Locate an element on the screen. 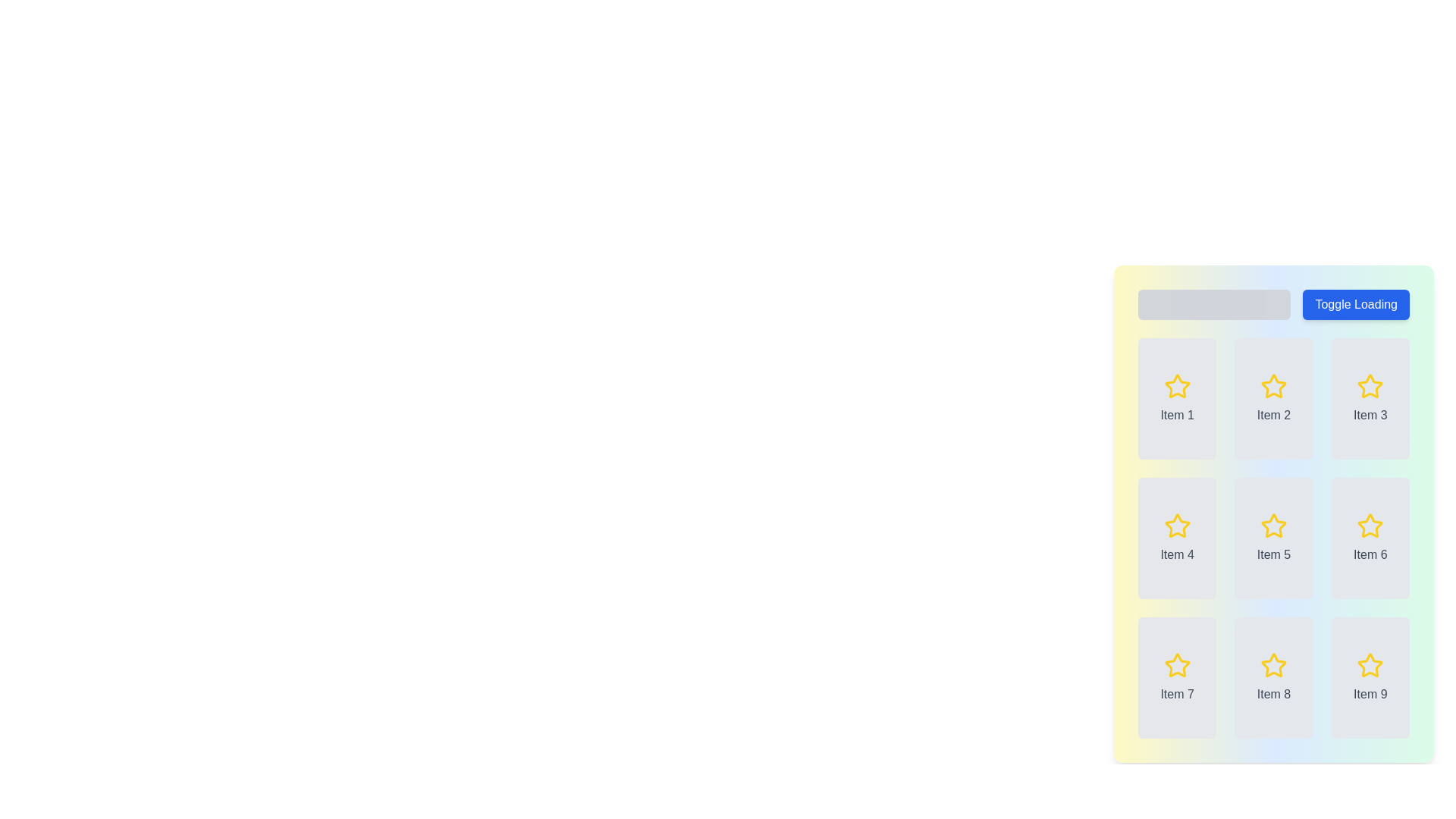 This screenshot has width=1456, height=819. the interactive card located in the second row and third column of the grid, positioned between 'Item 5' and 'Item 7' is located at coordinates (1370, 537).